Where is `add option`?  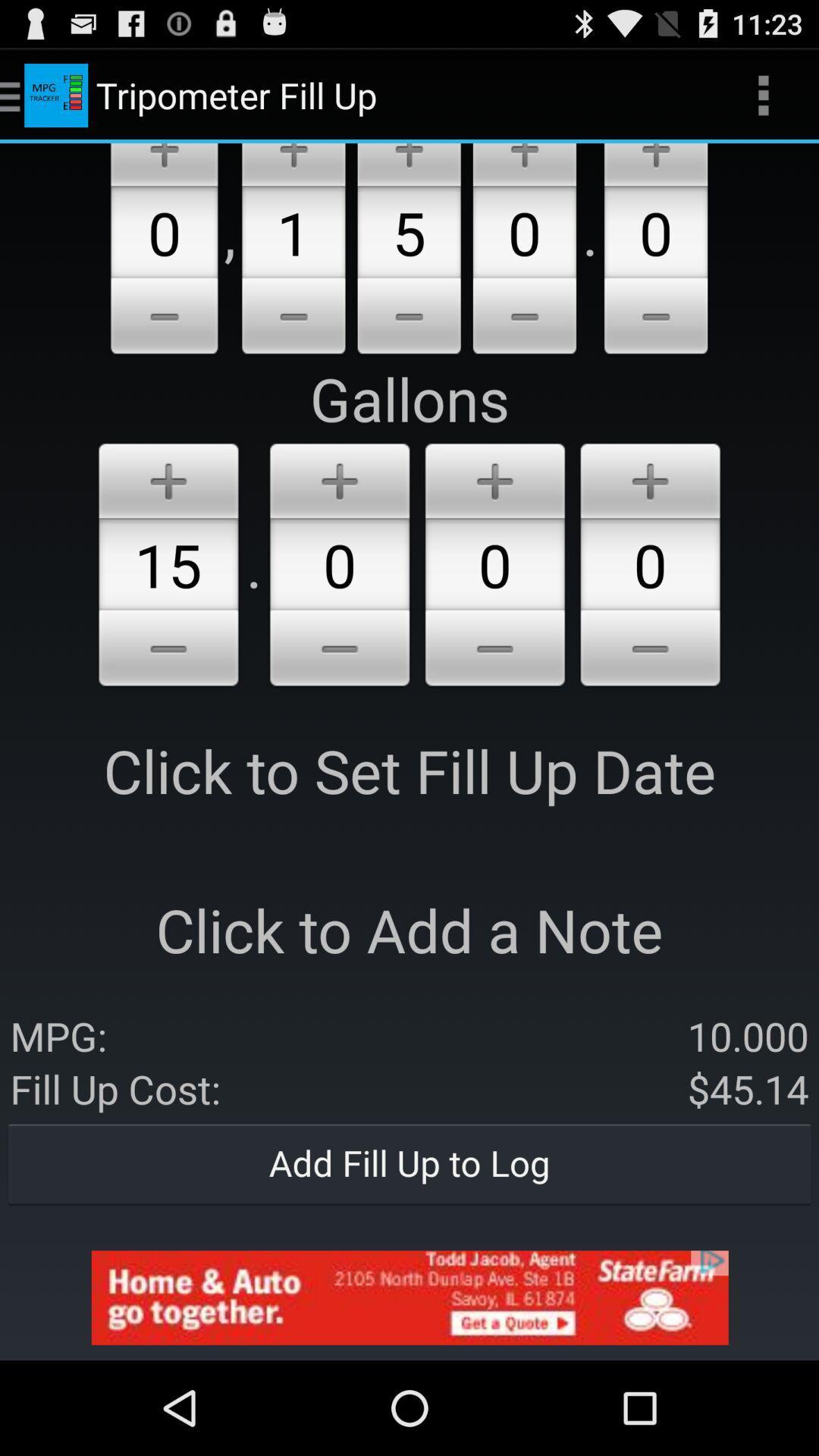
add option is located at coordinates (168, 477).